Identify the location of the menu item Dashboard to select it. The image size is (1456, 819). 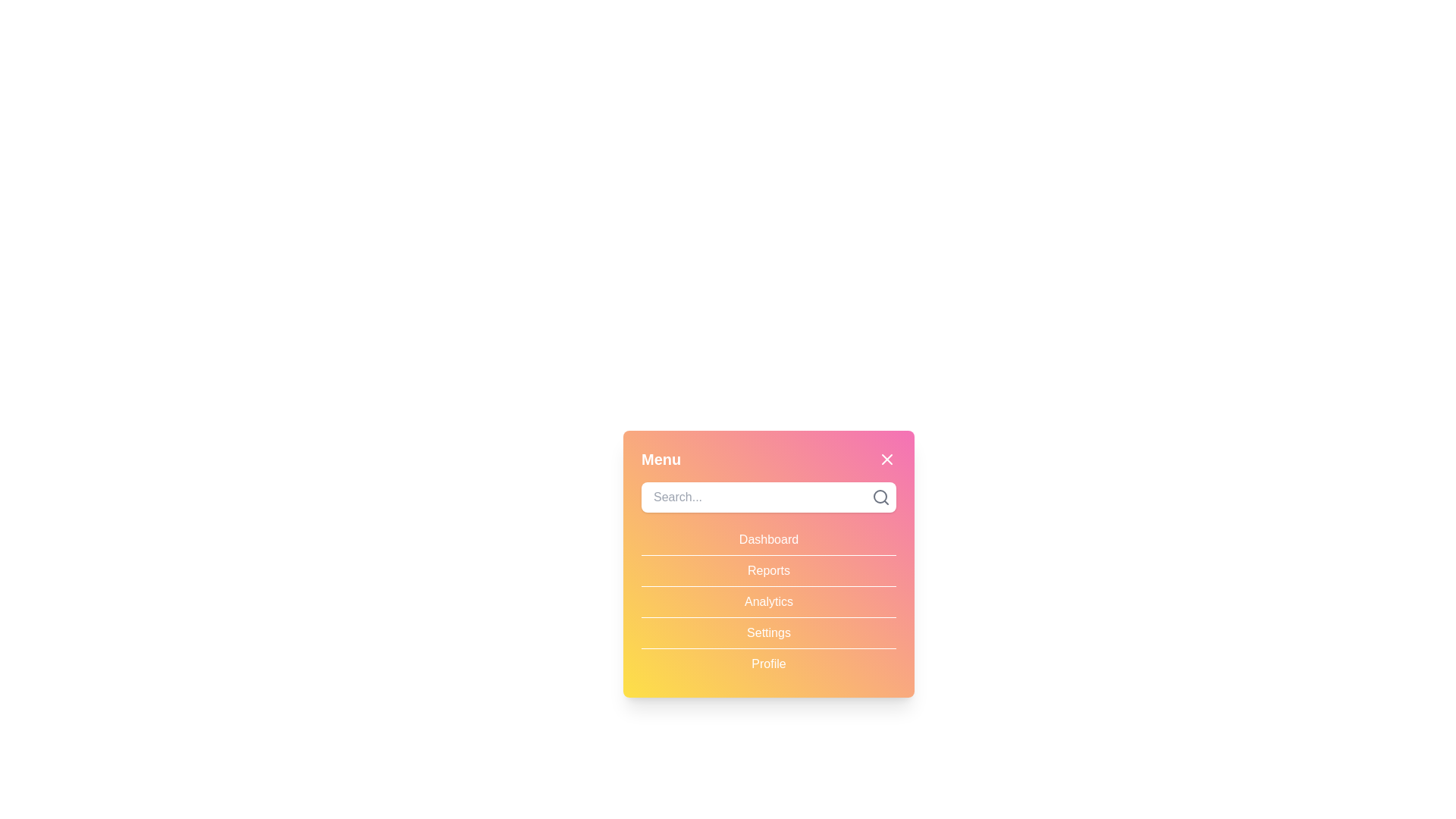
(768, 539).